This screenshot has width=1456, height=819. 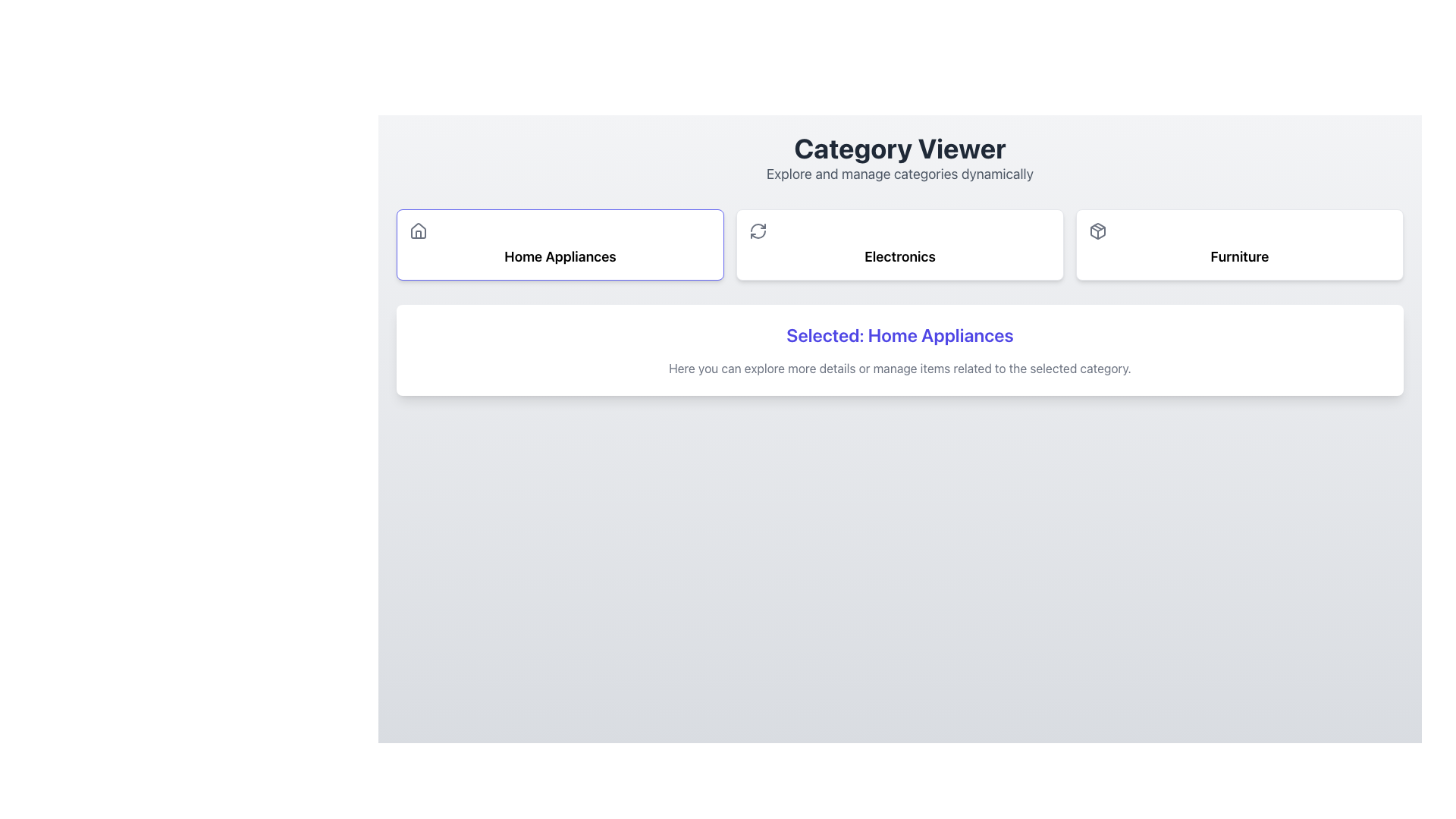 I want to click on the house icon located to the left of the 'Home Appliances' label in the category selection menu, so click(x=419, y=231).